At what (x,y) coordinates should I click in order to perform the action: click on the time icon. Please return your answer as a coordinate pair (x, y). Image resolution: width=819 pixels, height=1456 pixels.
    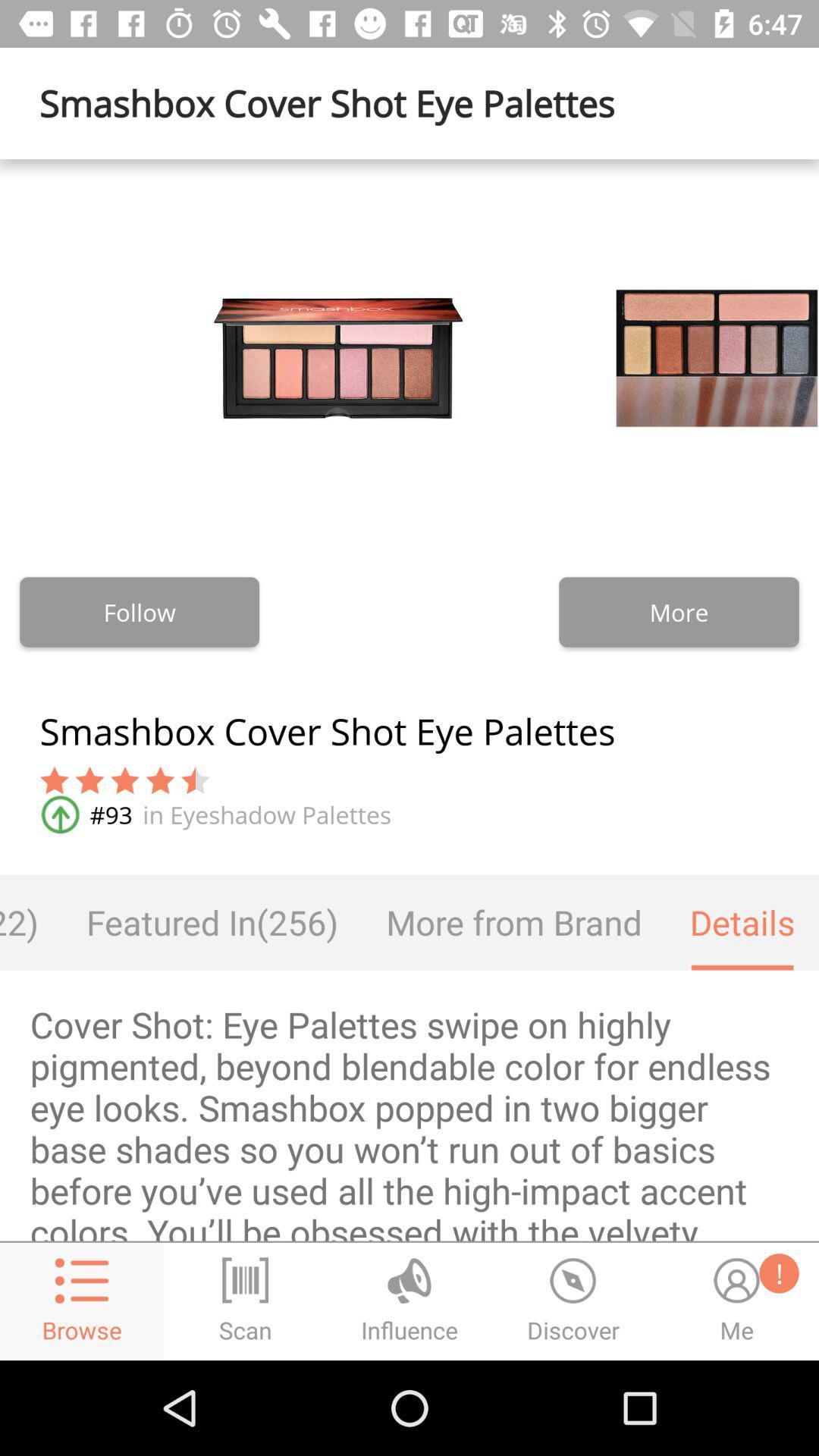
    Looking at the image, I should click on (573, 1301).